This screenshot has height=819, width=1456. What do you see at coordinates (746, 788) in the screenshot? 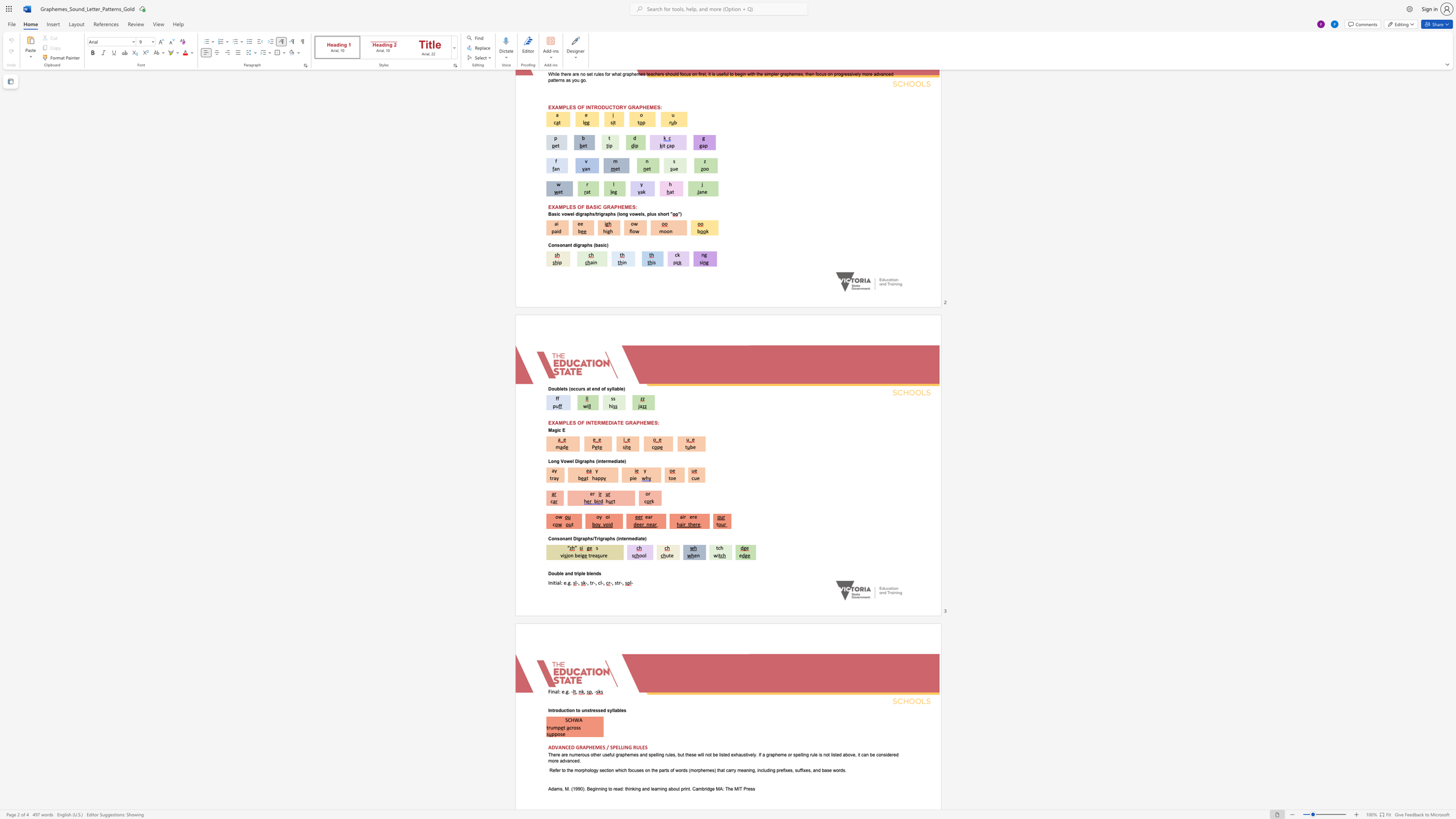
I see `the subset text "re" within the text "Adams, M. (1990). Beginning to read: thinking and learning about print. Cambridge MA: The MIT Press"` at bounding box center [746, 788].